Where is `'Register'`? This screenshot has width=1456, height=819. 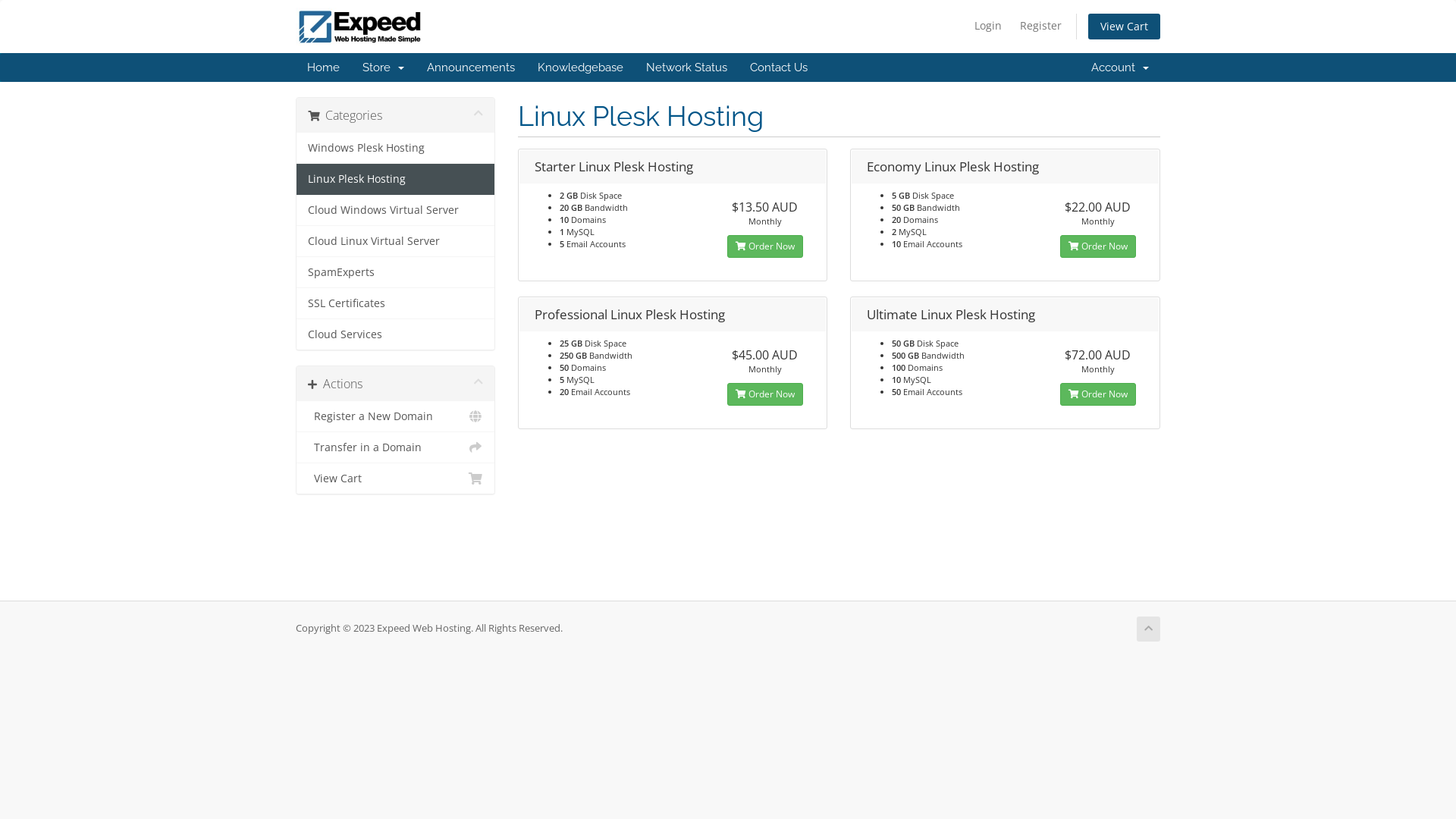
'Register' is located at coordinates (1040, 26).